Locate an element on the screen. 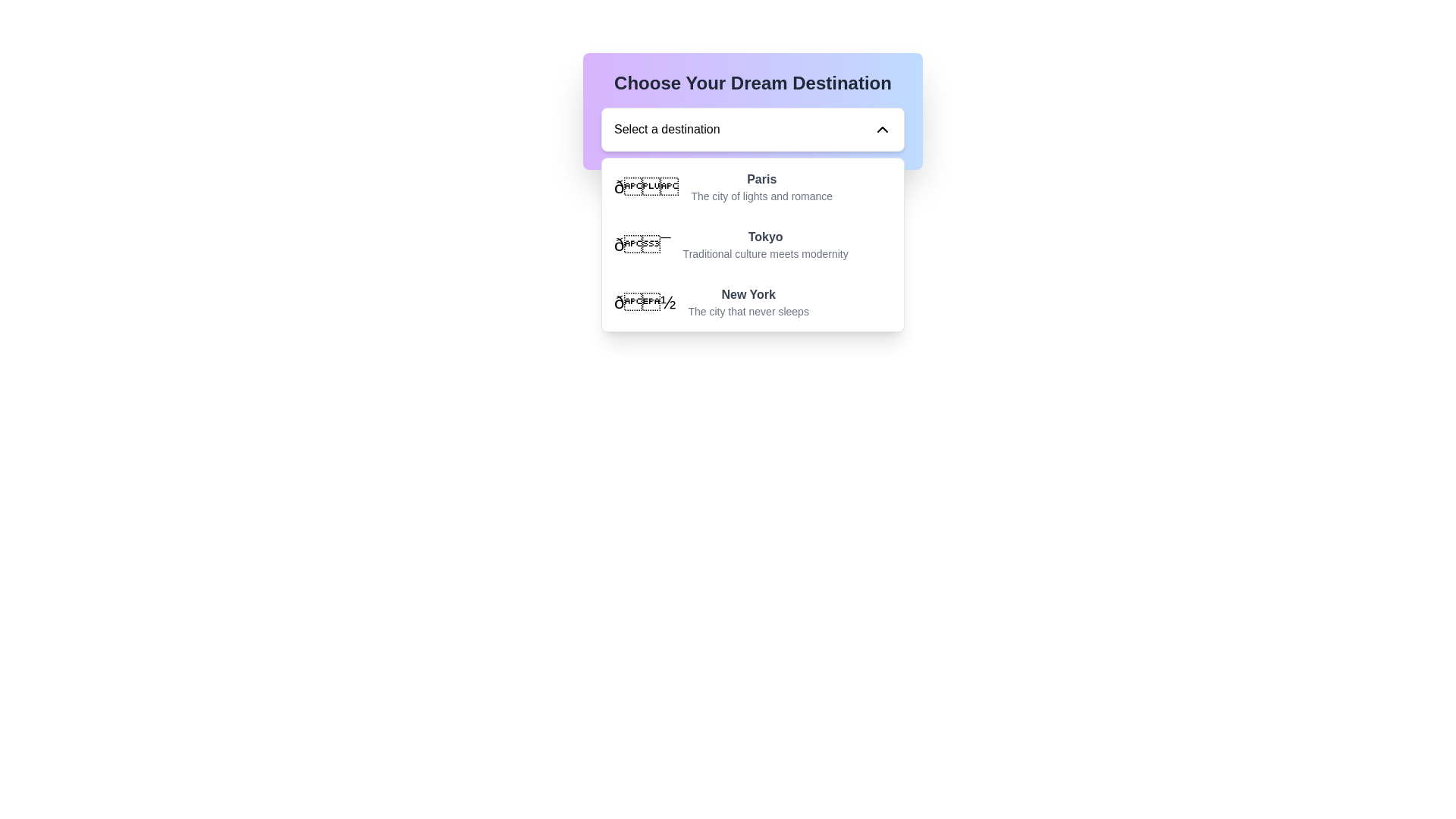 Image resolution: width=1456 pixels, height=819 pixels. the 'Tokyo' dropdown menu option, which features a bold header and is positioned between the 'Paris' and 'New York' options is located at coordinates (765, 244).